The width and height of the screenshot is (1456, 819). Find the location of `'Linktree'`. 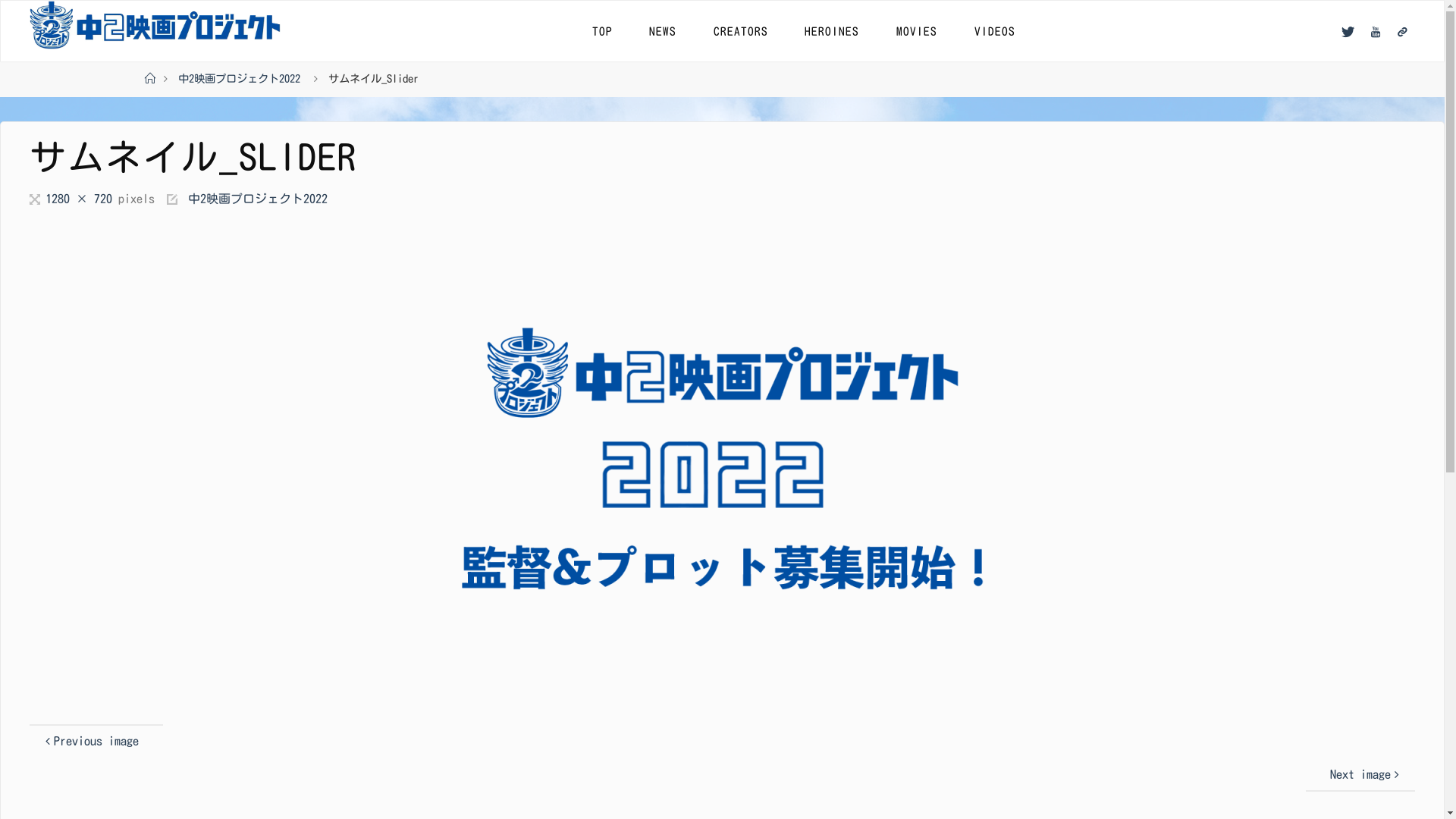

'Linktree' is located at coordinates (1389, 31).